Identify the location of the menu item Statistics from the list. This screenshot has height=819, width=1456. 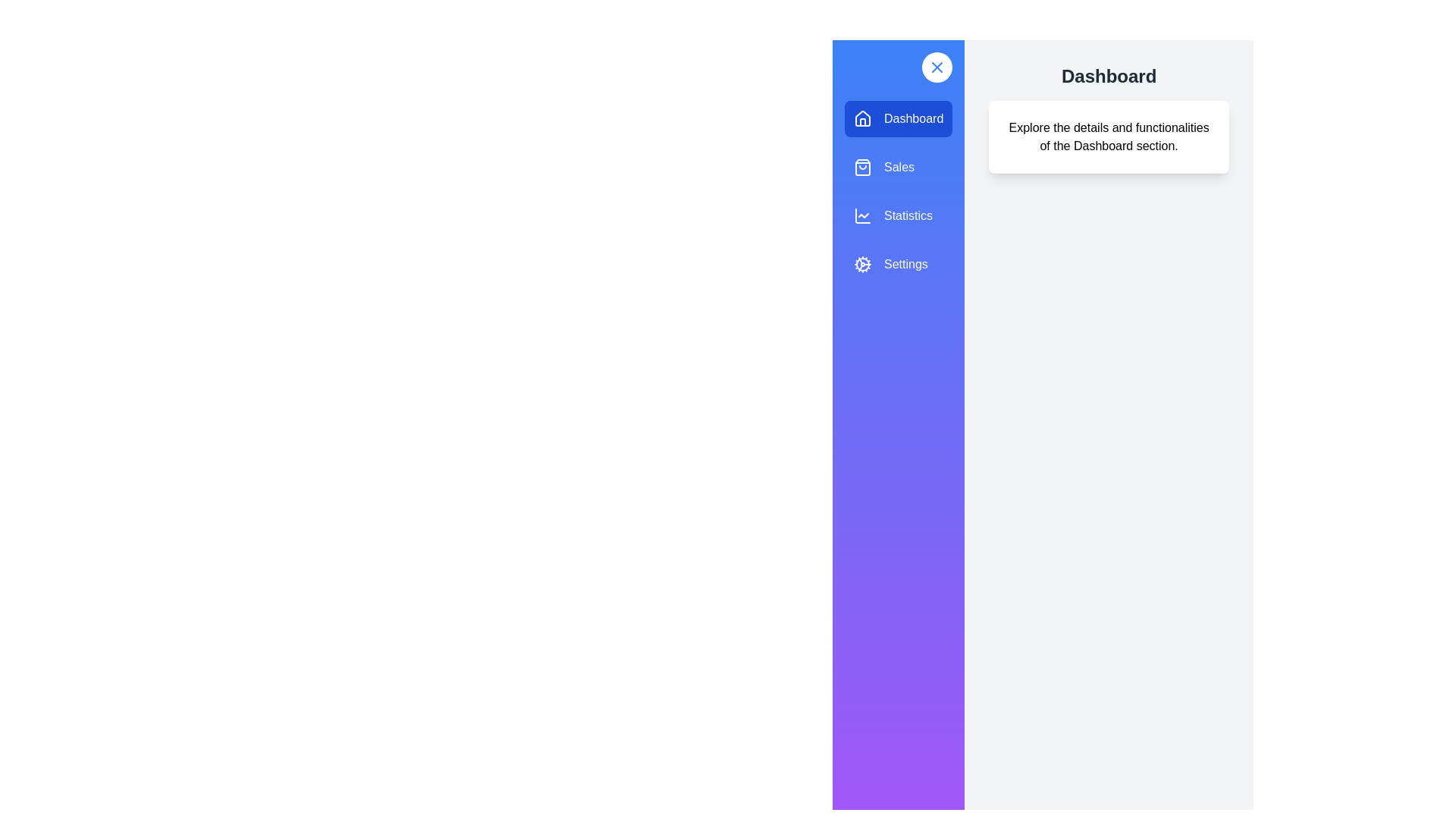
(899, 216).